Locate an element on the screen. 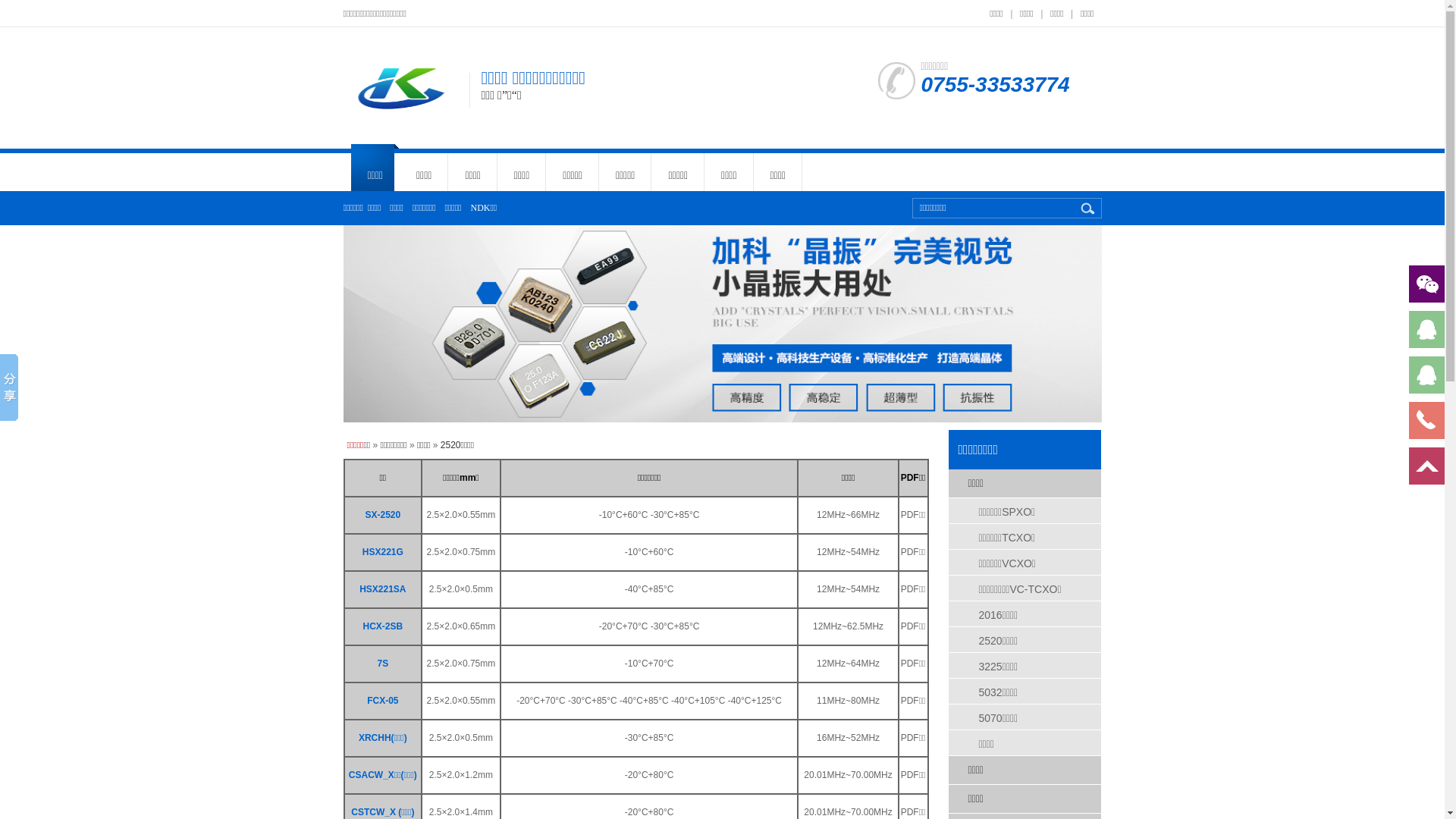 The height and width of the screenshot is (819, 1456). 'FCX-05' is located at coordinates (382, 701).